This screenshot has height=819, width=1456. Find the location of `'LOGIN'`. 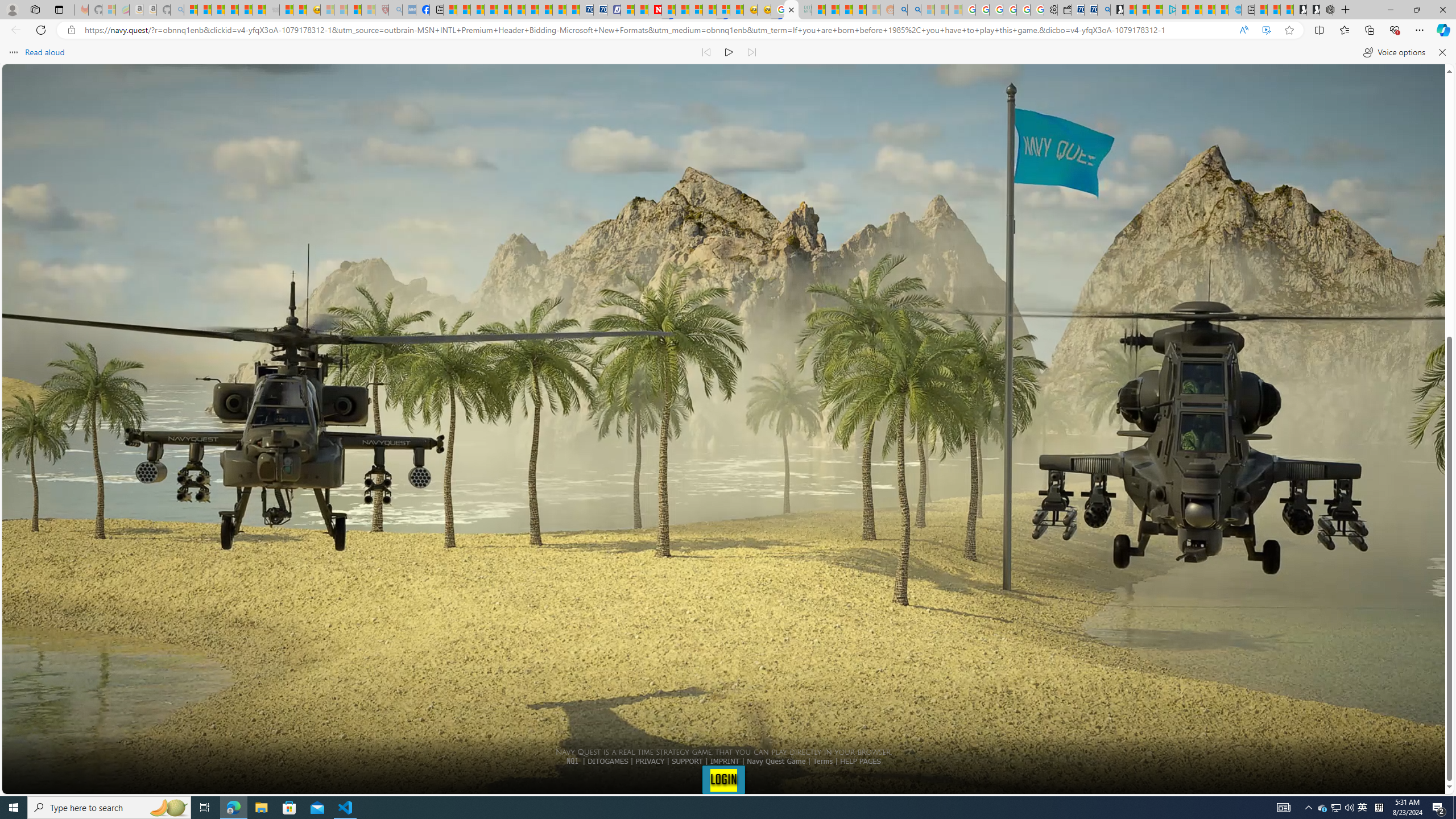

'LOGIN' is located at coordinates (723, 779).